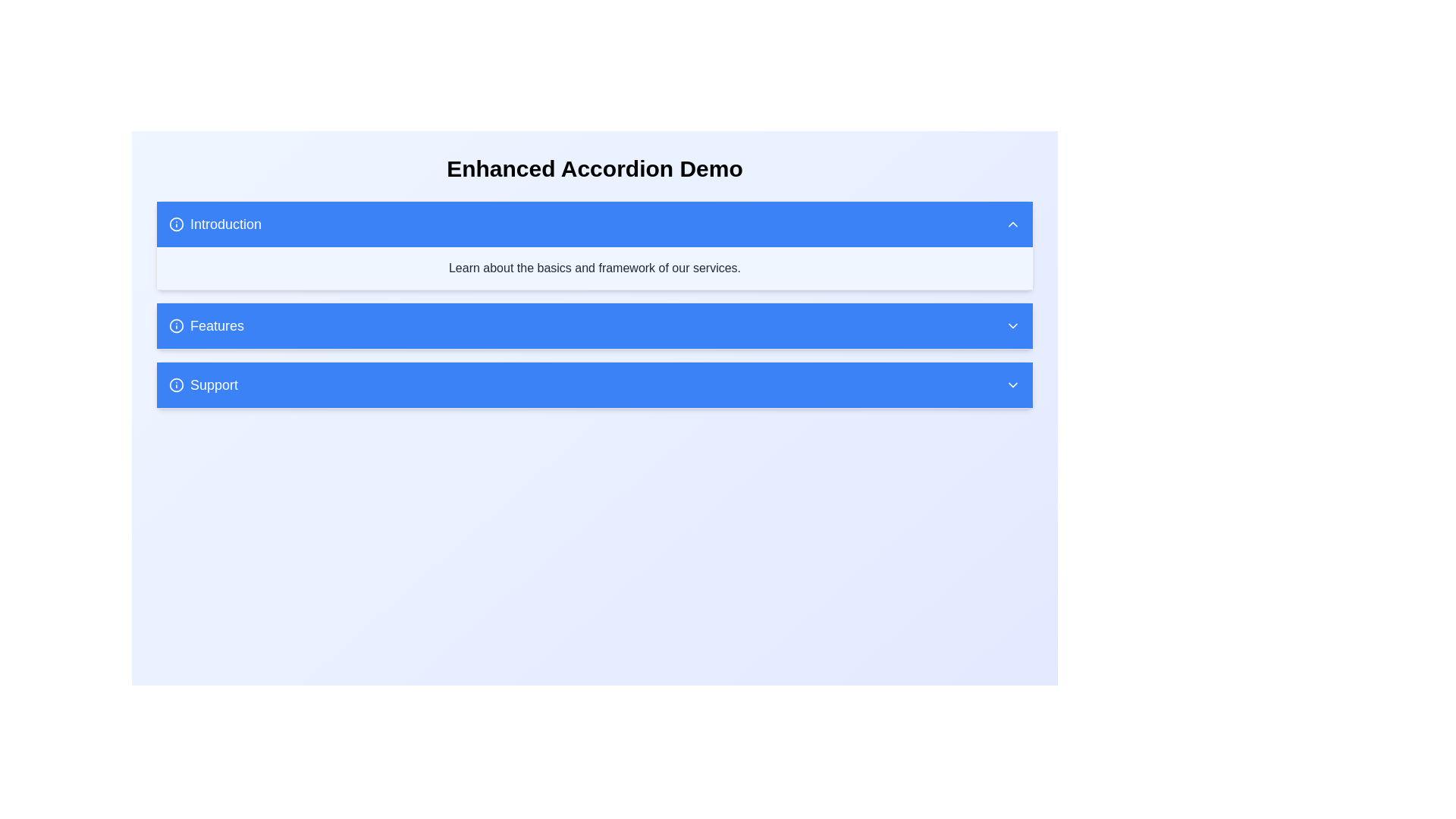 Image resolution: width=1456 pixels, height=819 pixels. I want to click on the Text Header at the top of the interface, which serves as a title for the page or section related to 'Enhanced Accordion Demo', so click(594, 169).